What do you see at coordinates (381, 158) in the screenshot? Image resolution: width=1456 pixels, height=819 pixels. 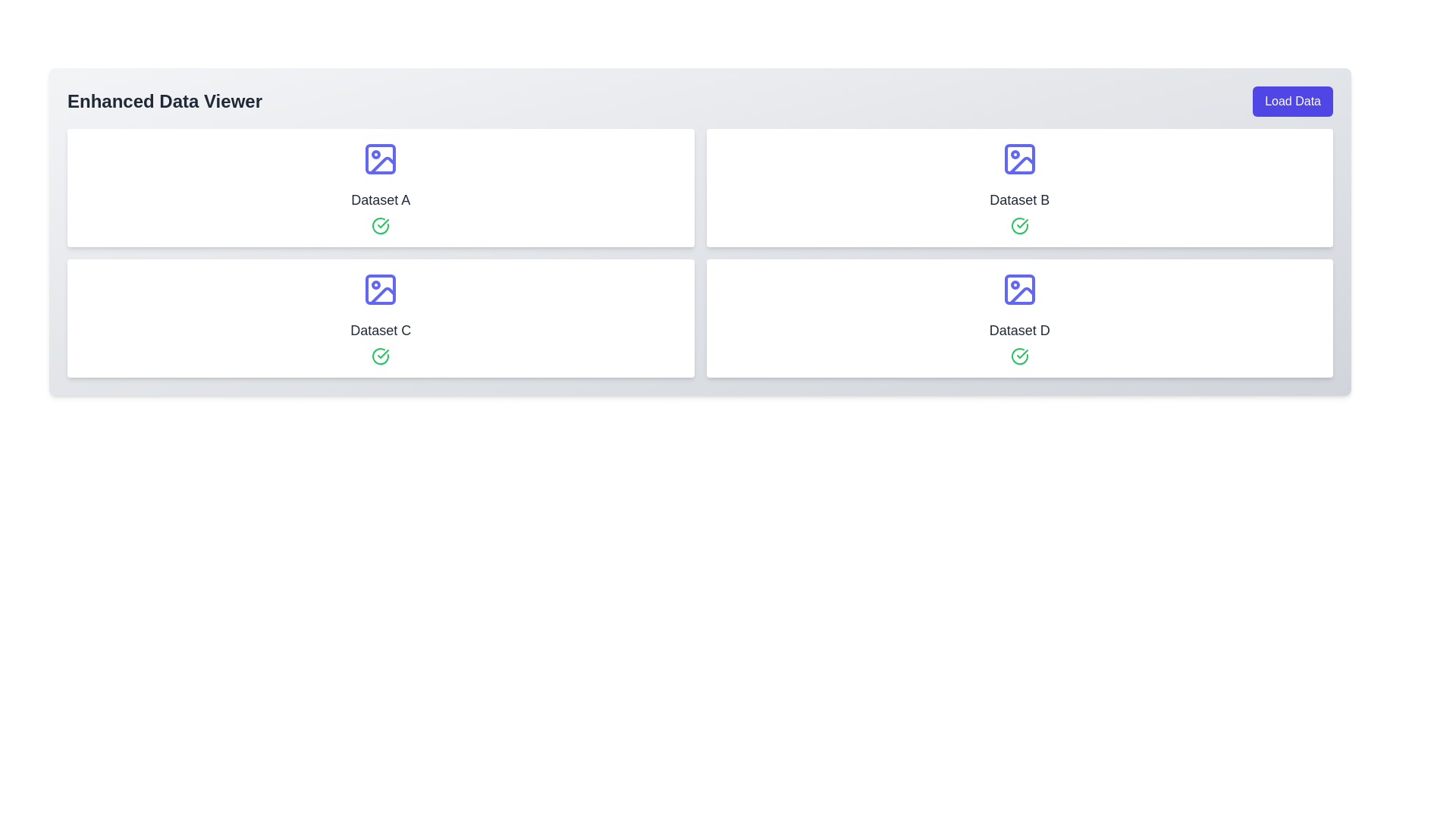 I see `the SVG graphic icon representing 'Dataset A', which is centrally located above the text label and the green checkmark icon` at bounding box center [381, 158].